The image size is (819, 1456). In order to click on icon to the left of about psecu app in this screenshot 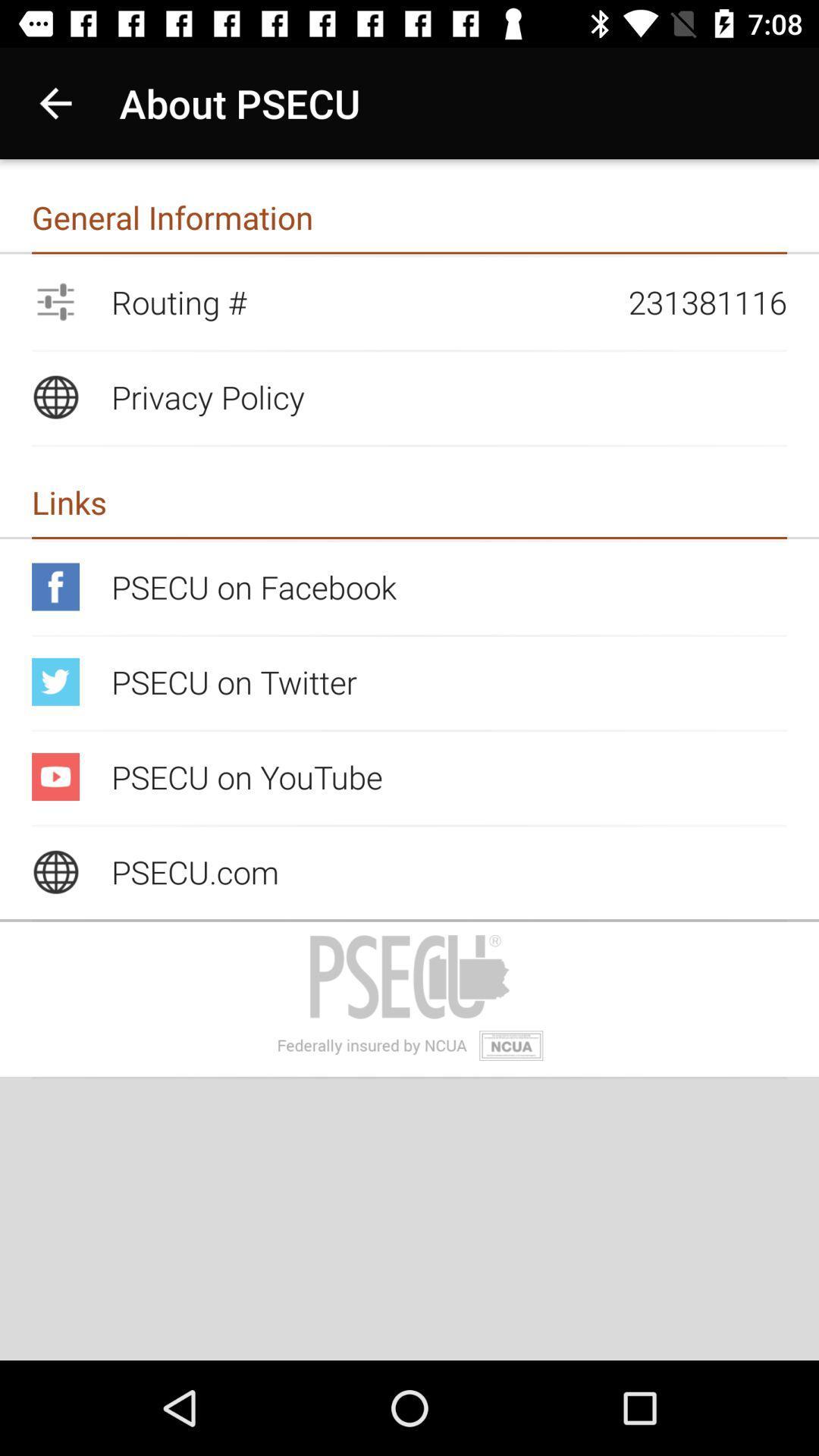, I will do `click(55, 102)`.